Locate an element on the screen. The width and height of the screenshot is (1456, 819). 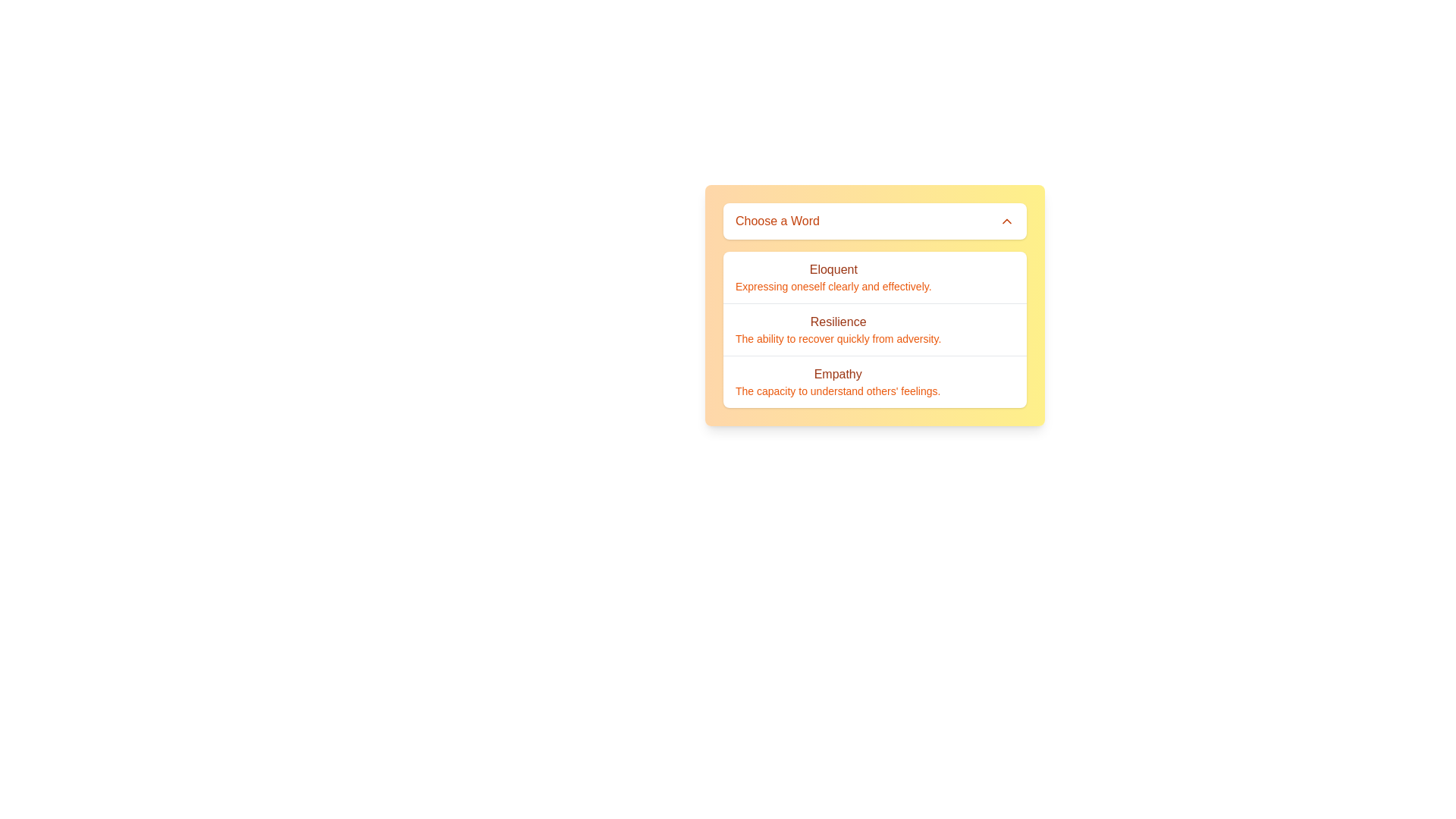
the third list item titled 'Empathy' which is displayed in bold orange font within a white card-like interface is located at coordinates (874, 380).